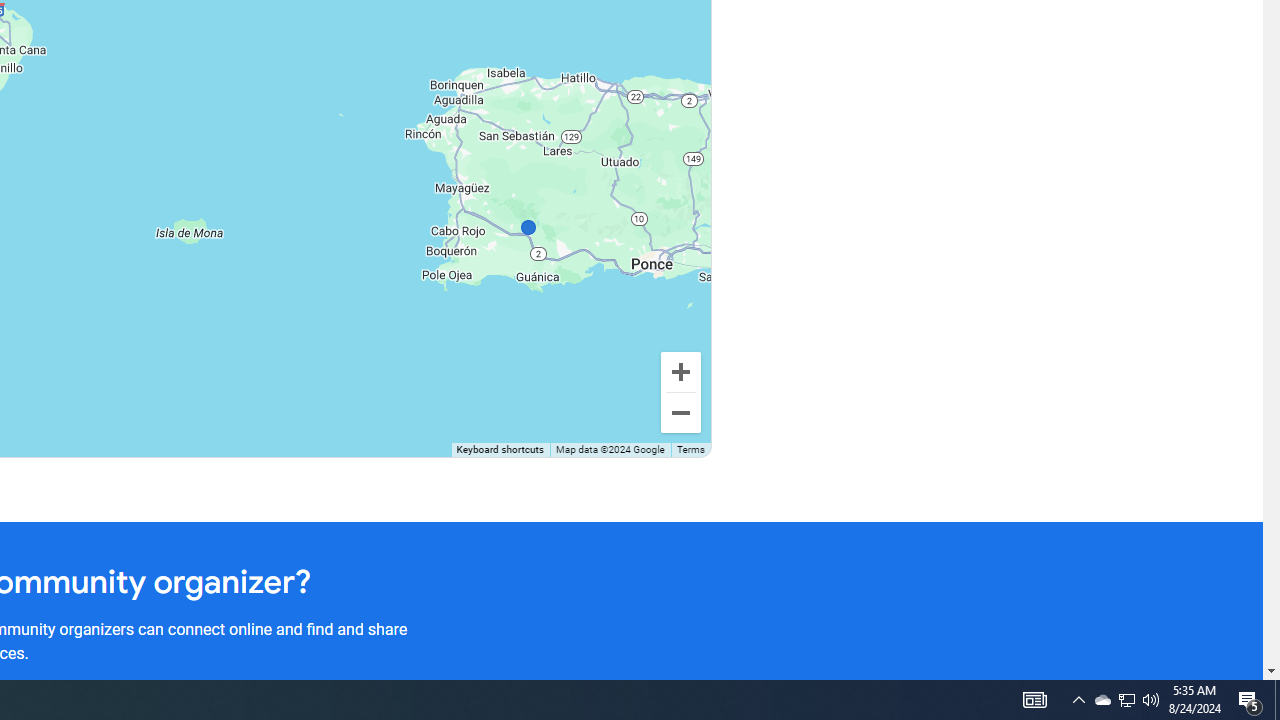  I want to click on 'Zoom out', so click(680, 411).